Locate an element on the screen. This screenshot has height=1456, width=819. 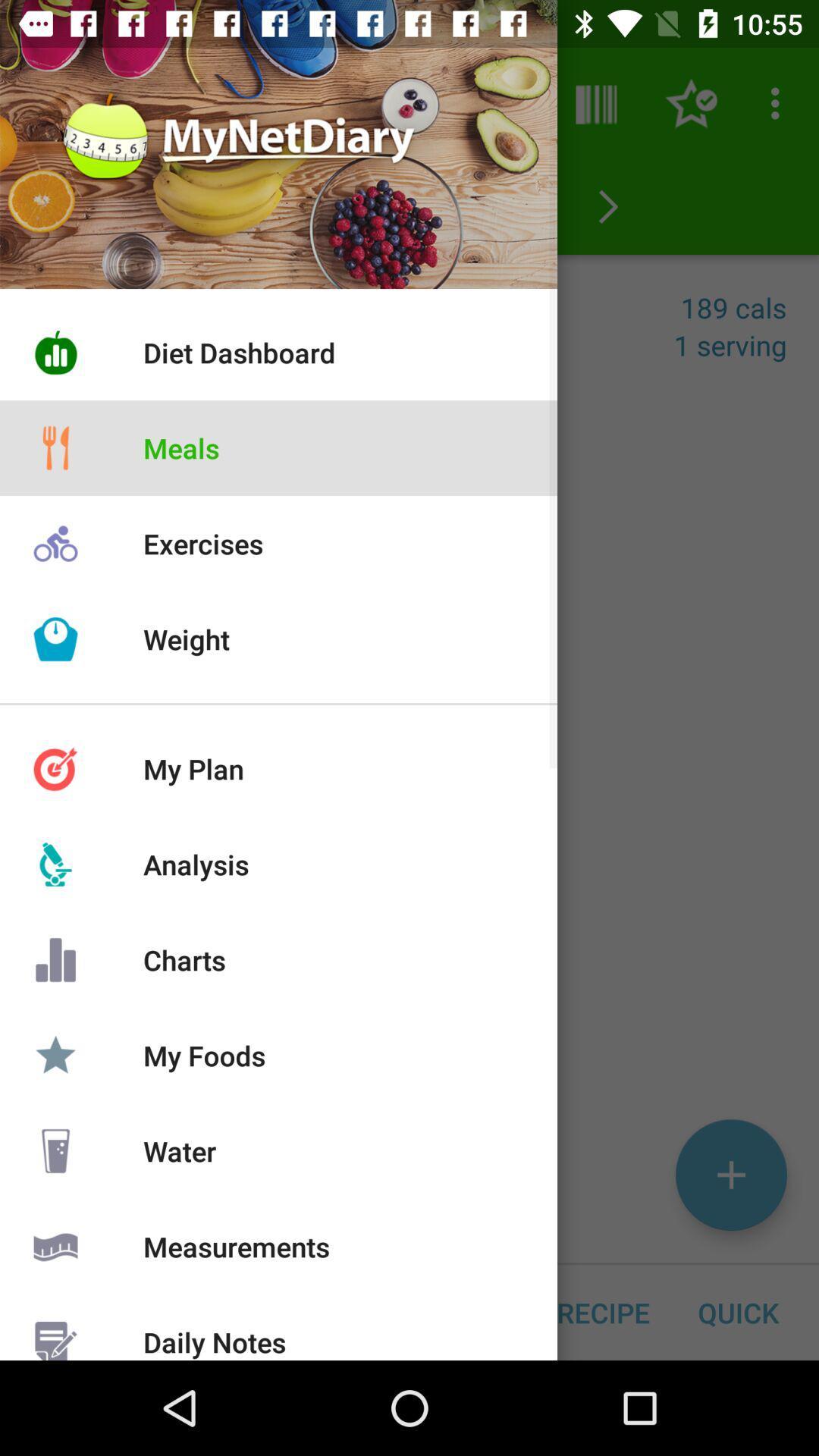
the add icon is located at coordinates (730, 1174).